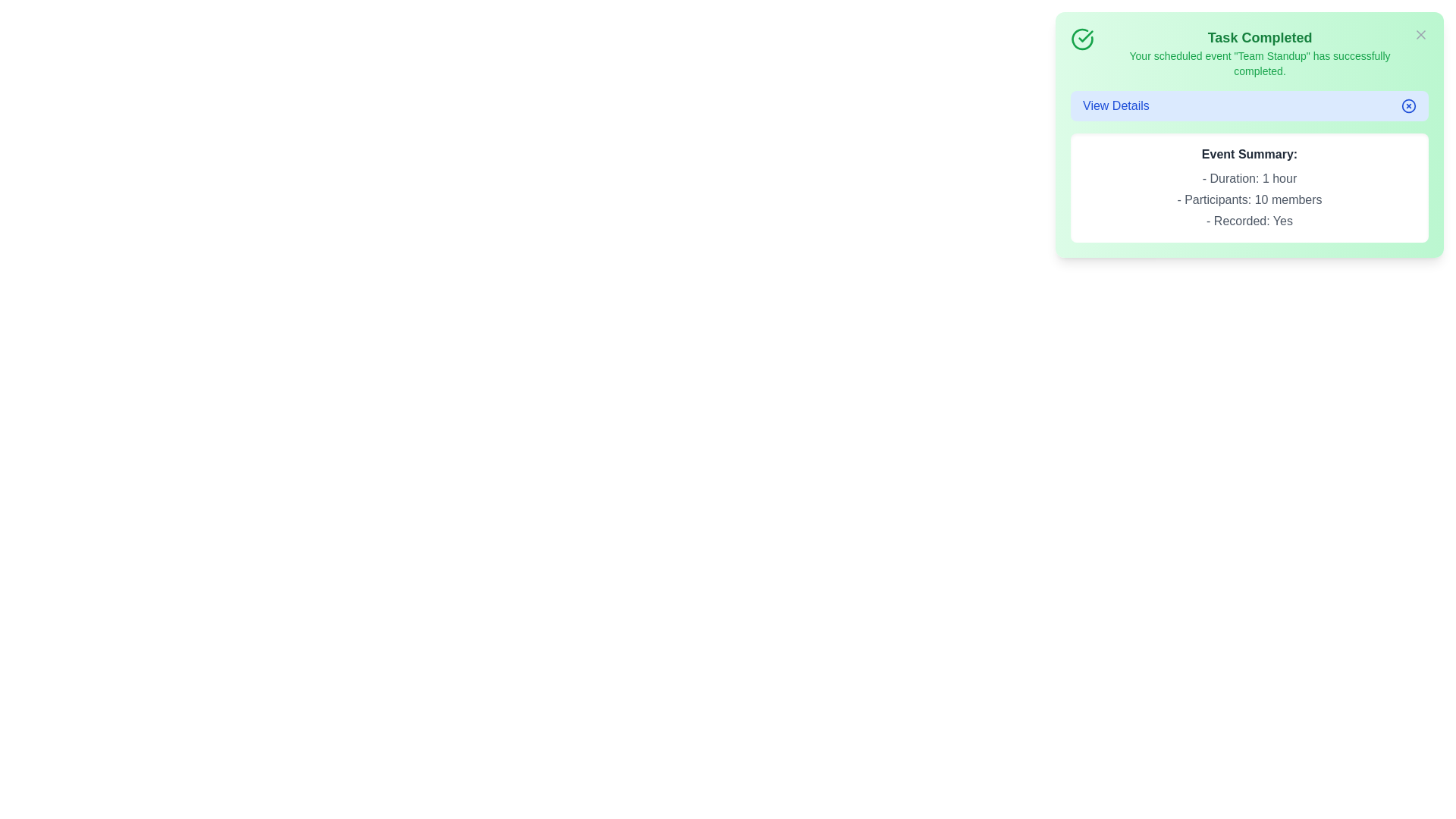 This screenshot has height=819, width=1456. What do you see at coordinates (1249, 133) in the screenshot?
I see `the notification area to reveal additional details` at bounding box center [1249, 133].